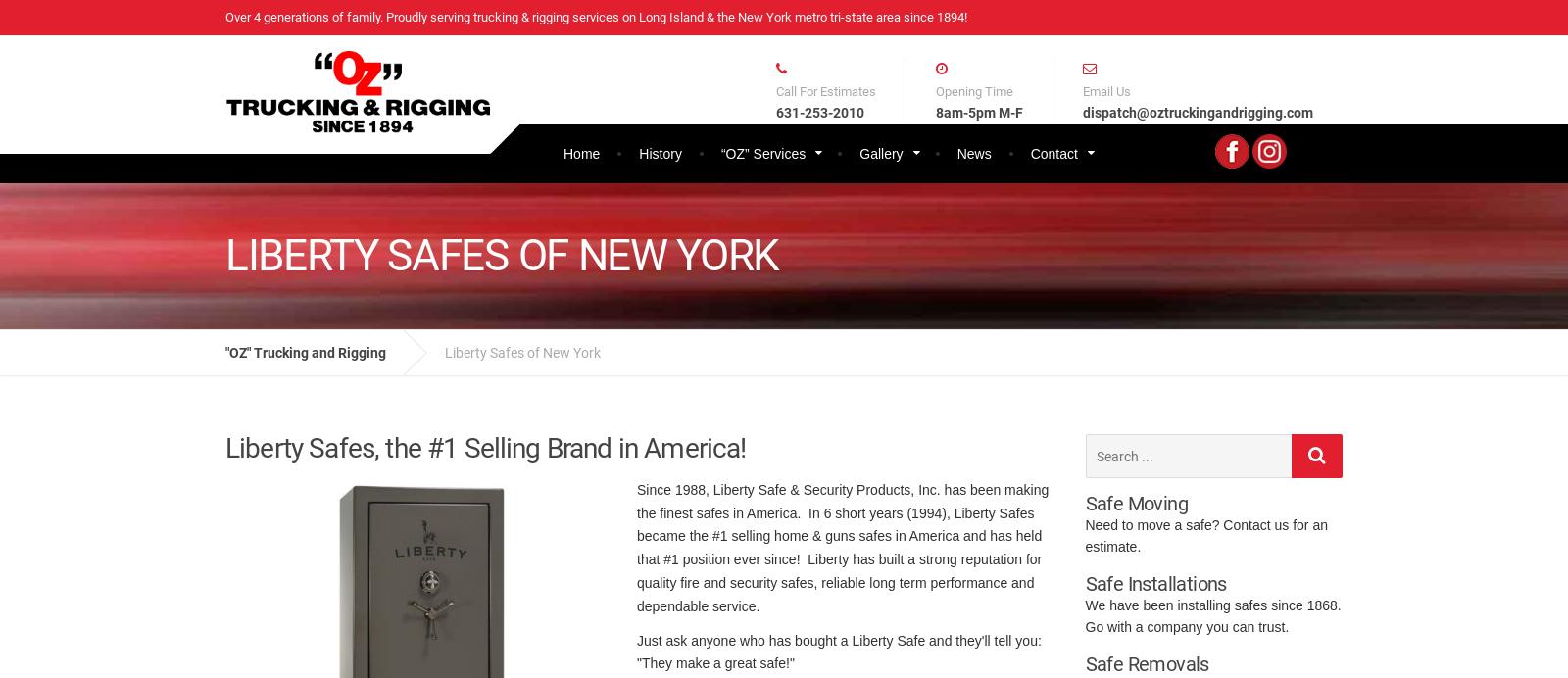  What do you see at coordinates (1106, 90) in the screenshot?
I see `'Email Us'` at bounding box center [1106, 90].